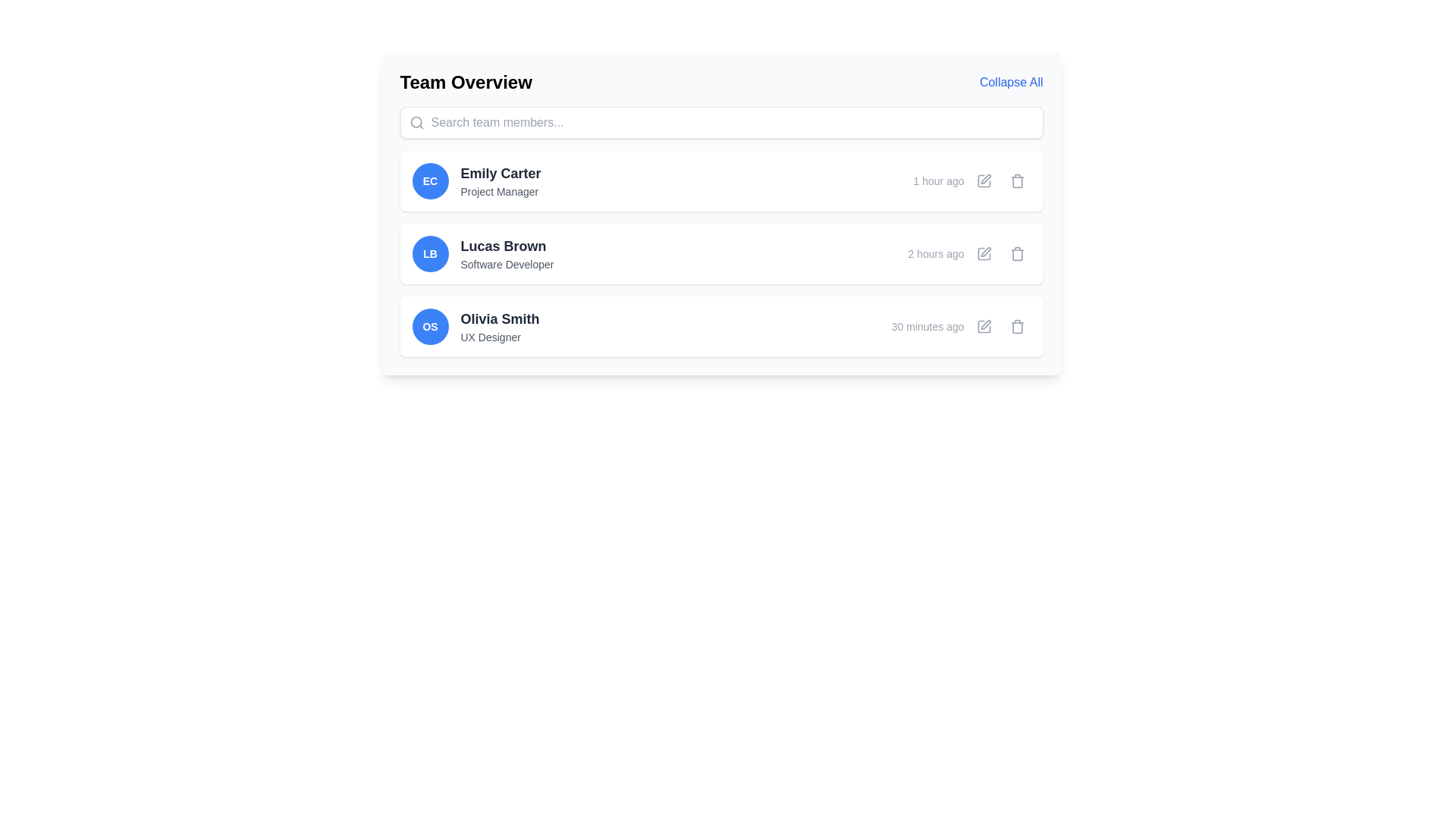 The height and width of the screenshot is (819, 1456). I want to click on the pencil icon button styled for editing action, located within a light gray rounded square background, to initiate editing, so click(984, 180).